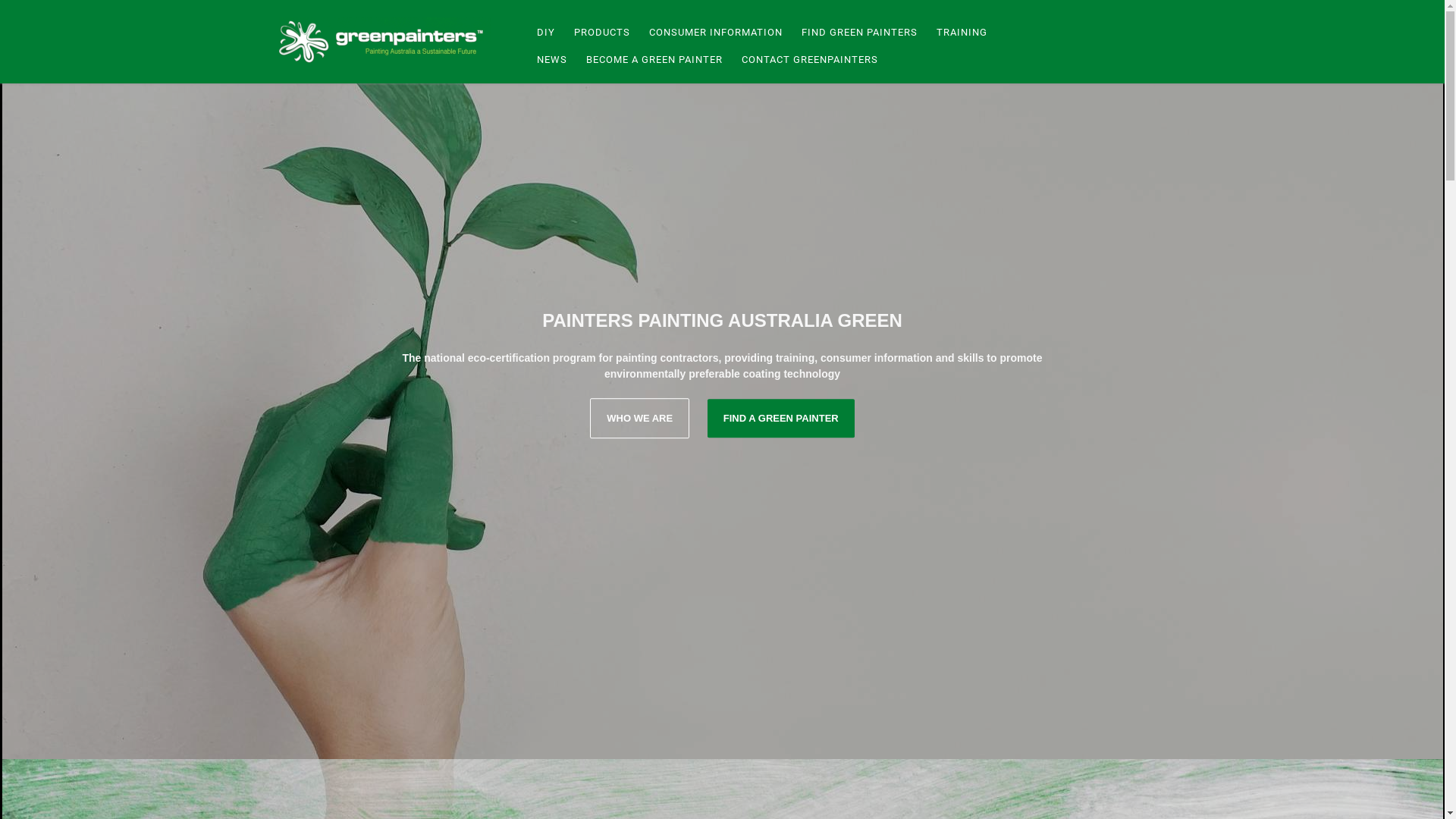 This screenshot has height=819, width=1456. What do you see at coordinates (599, 32) in the screenshot?
I see `'PRODUCTS'` at bounding box center [599, 32].